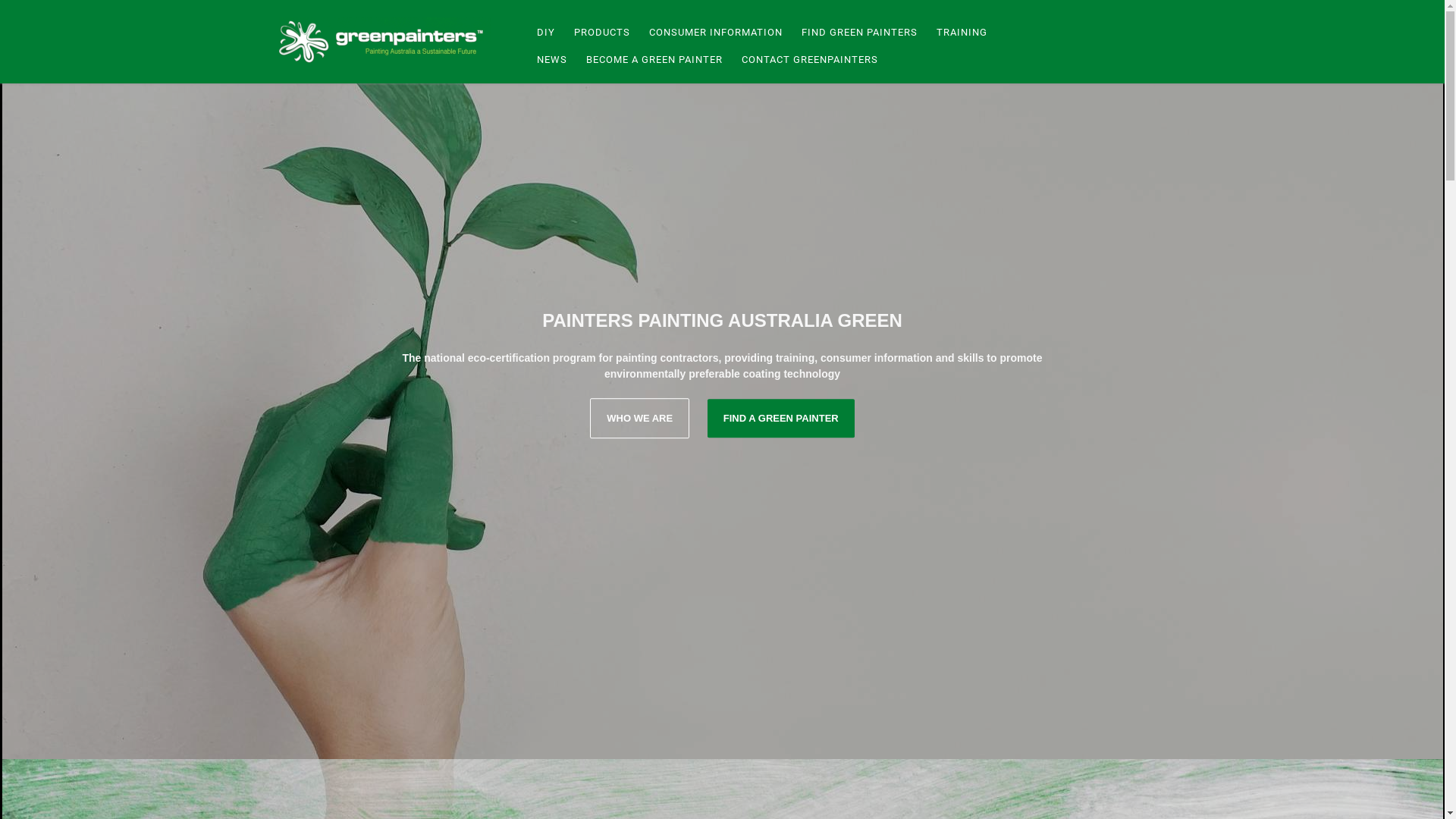 This screenshot has height=819, width=1456. What do you see at coordinates (599, 32) in the screenshot?
I see `'PRODUCTS'` at bounding box center [599, 32].